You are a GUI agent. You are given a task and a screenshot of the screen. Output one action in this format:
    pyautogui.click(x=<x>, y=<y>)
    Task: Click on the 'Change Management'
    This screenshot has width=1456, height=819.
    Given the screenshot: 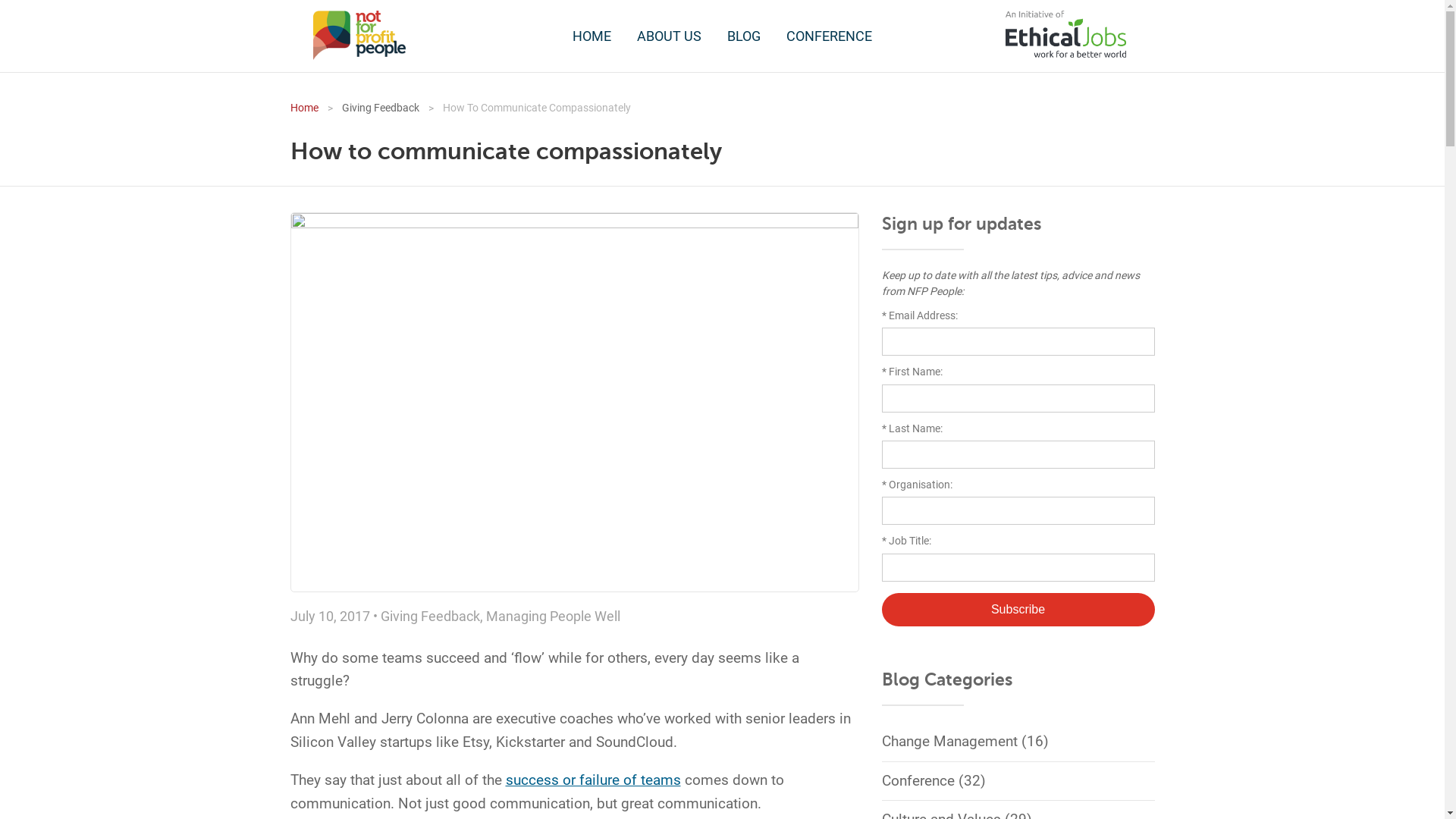 What is the action you would take?
    pyautogui.click(x=948, y=740)
    